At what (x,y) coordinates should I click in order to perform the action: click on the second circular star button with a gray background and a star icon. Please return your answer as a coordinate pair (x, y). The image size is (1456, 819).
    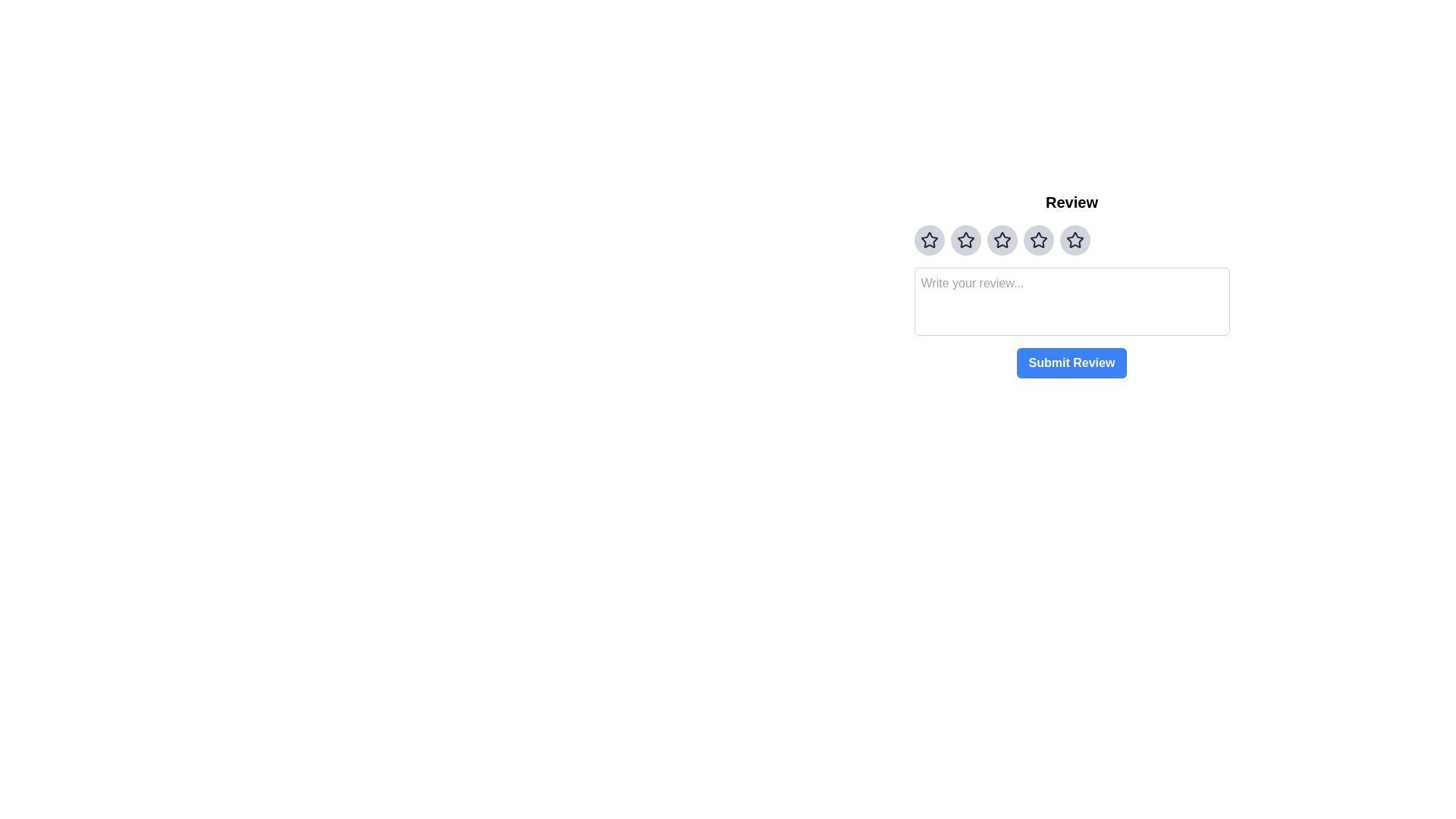
    Looking at the image, I should click on (965, 239).